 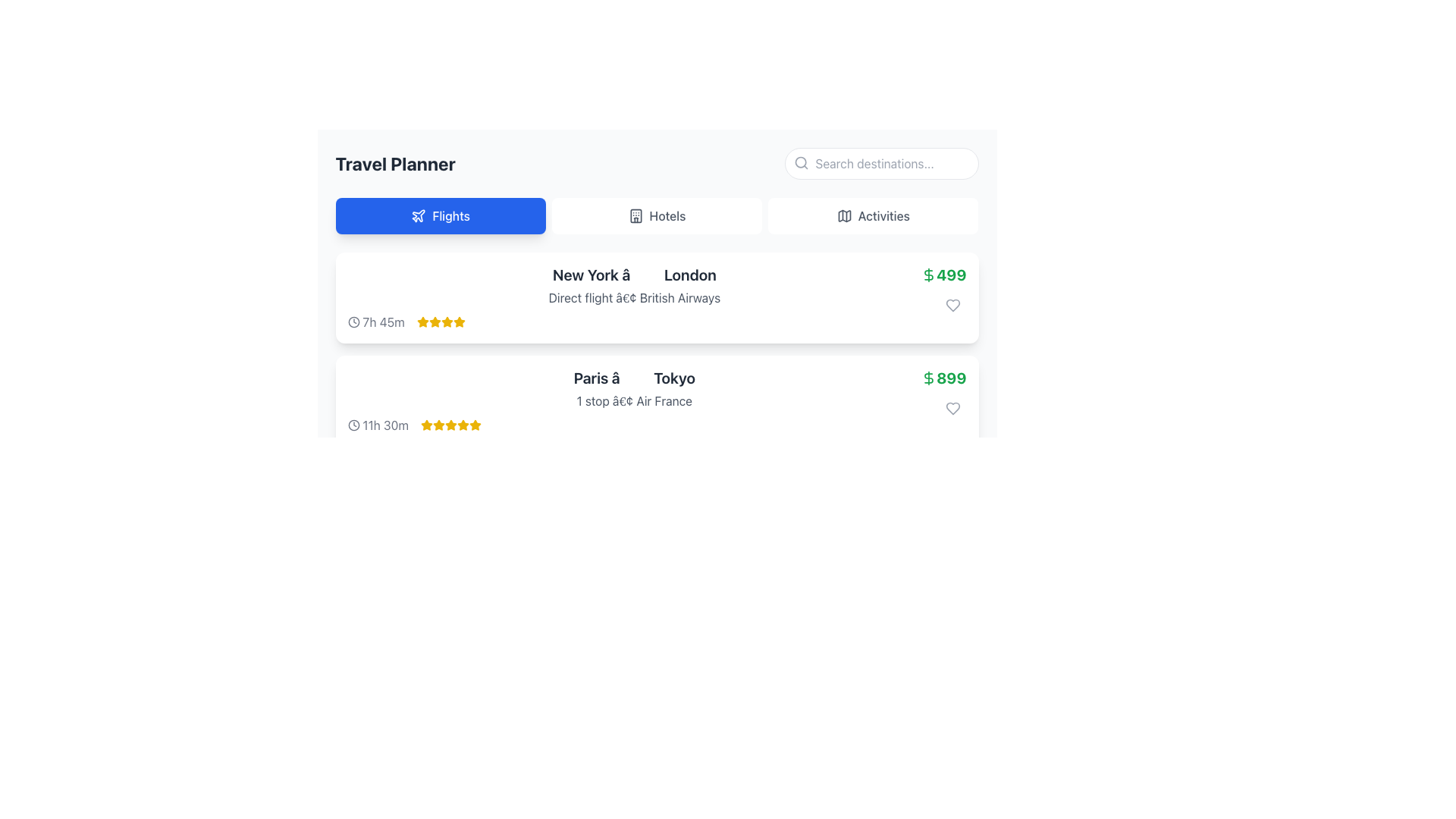 I want to click on the hotel building icon located in the 'Hotels' tab button in the navigation section of the interface, so click(x=635, y=216).